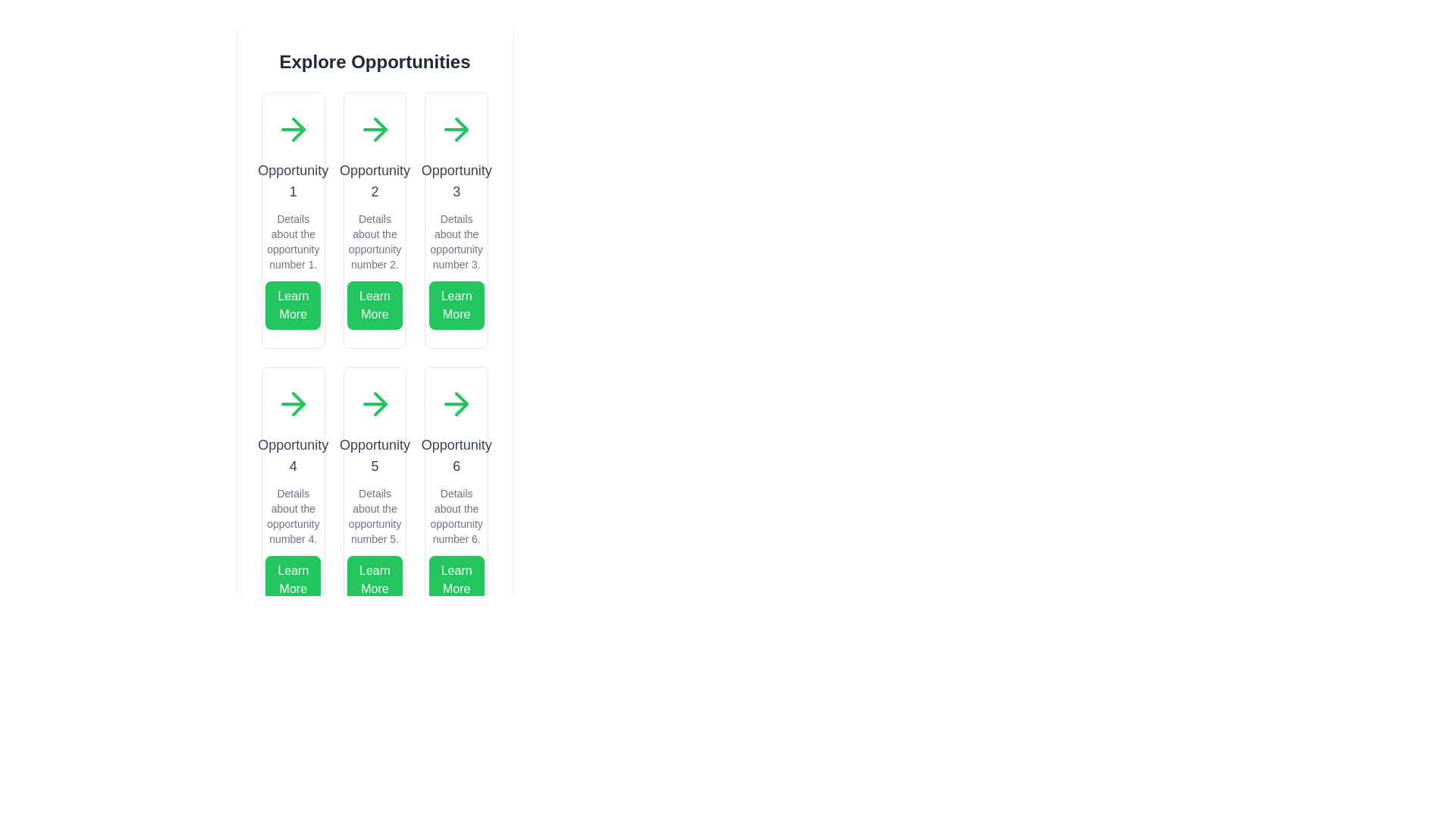  I want to click on the green right arrow icon located in the Opportunity 5 card, which is positioned above the text 'Details about the opportunity number 5.', so click(375, 403).